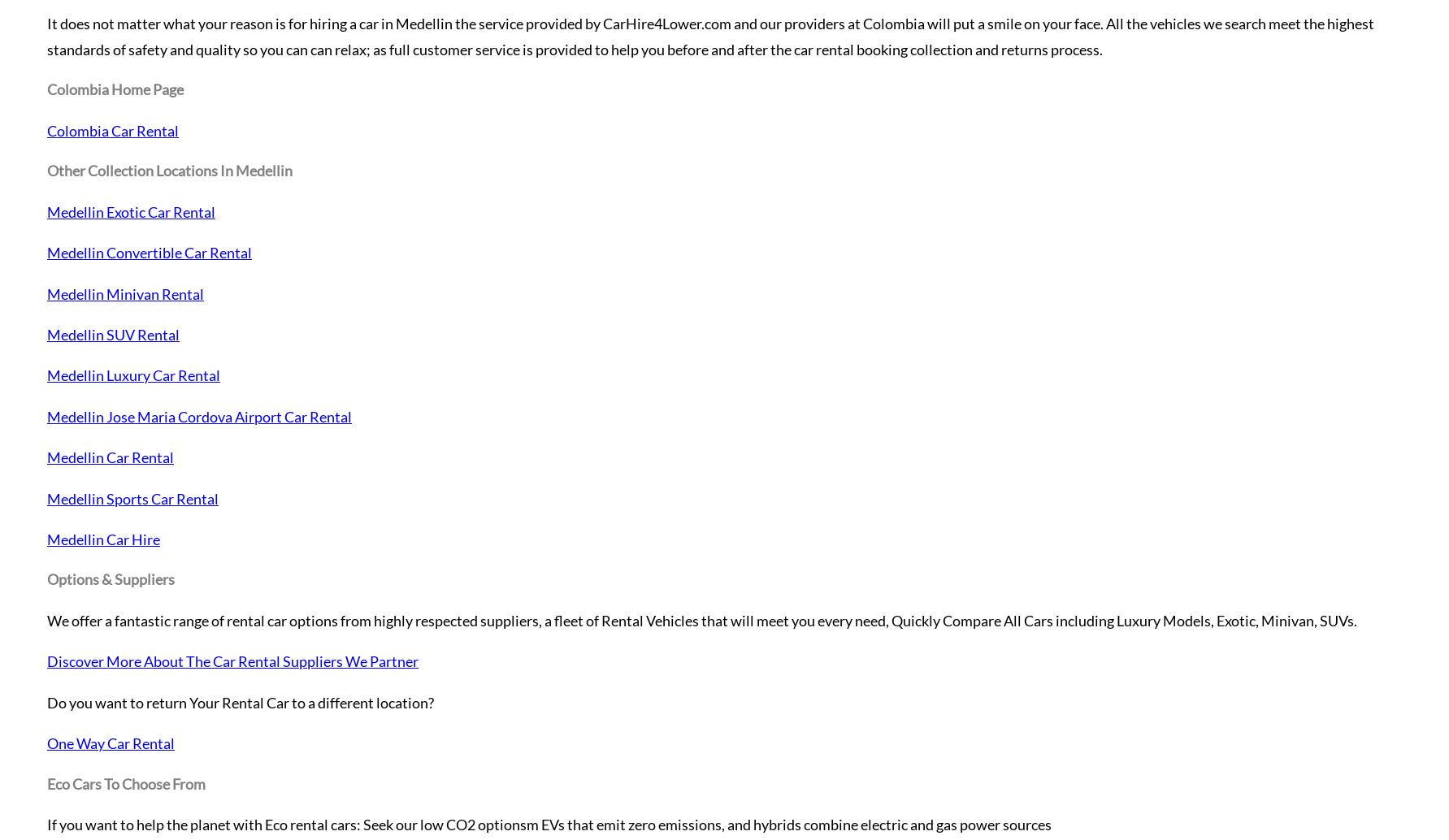  I want to click on 'Medellin Car Hire', so click(102, 539).